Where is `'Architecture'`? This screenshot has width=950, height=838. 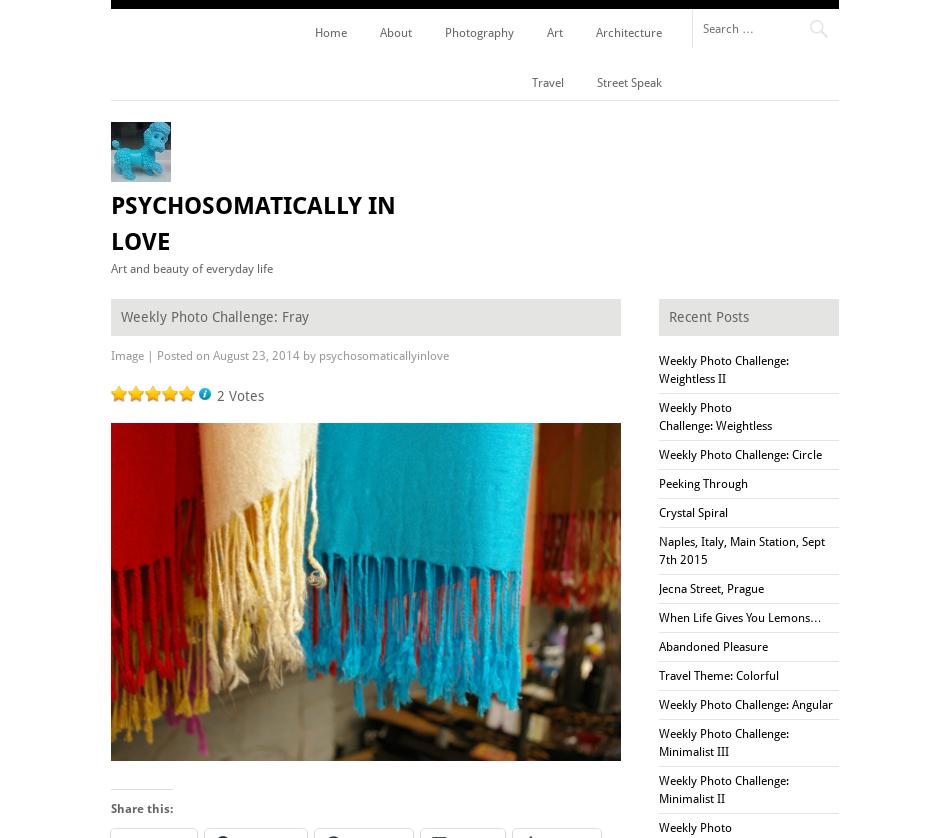
'Architecture' is located at coordinates (628, 33).